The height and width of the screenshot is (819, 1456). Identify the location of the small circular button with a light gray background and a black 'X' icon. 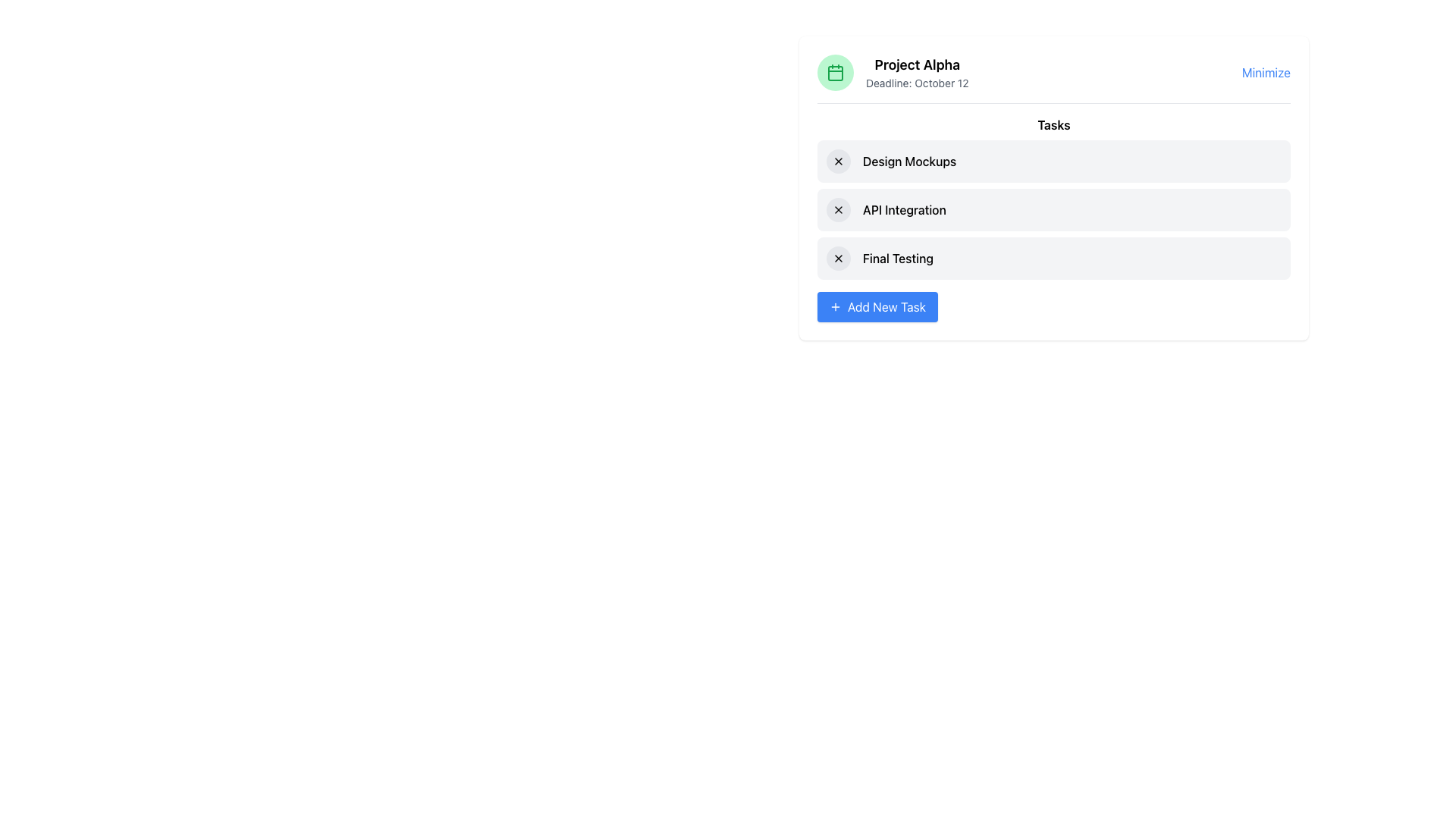
(837, 161).